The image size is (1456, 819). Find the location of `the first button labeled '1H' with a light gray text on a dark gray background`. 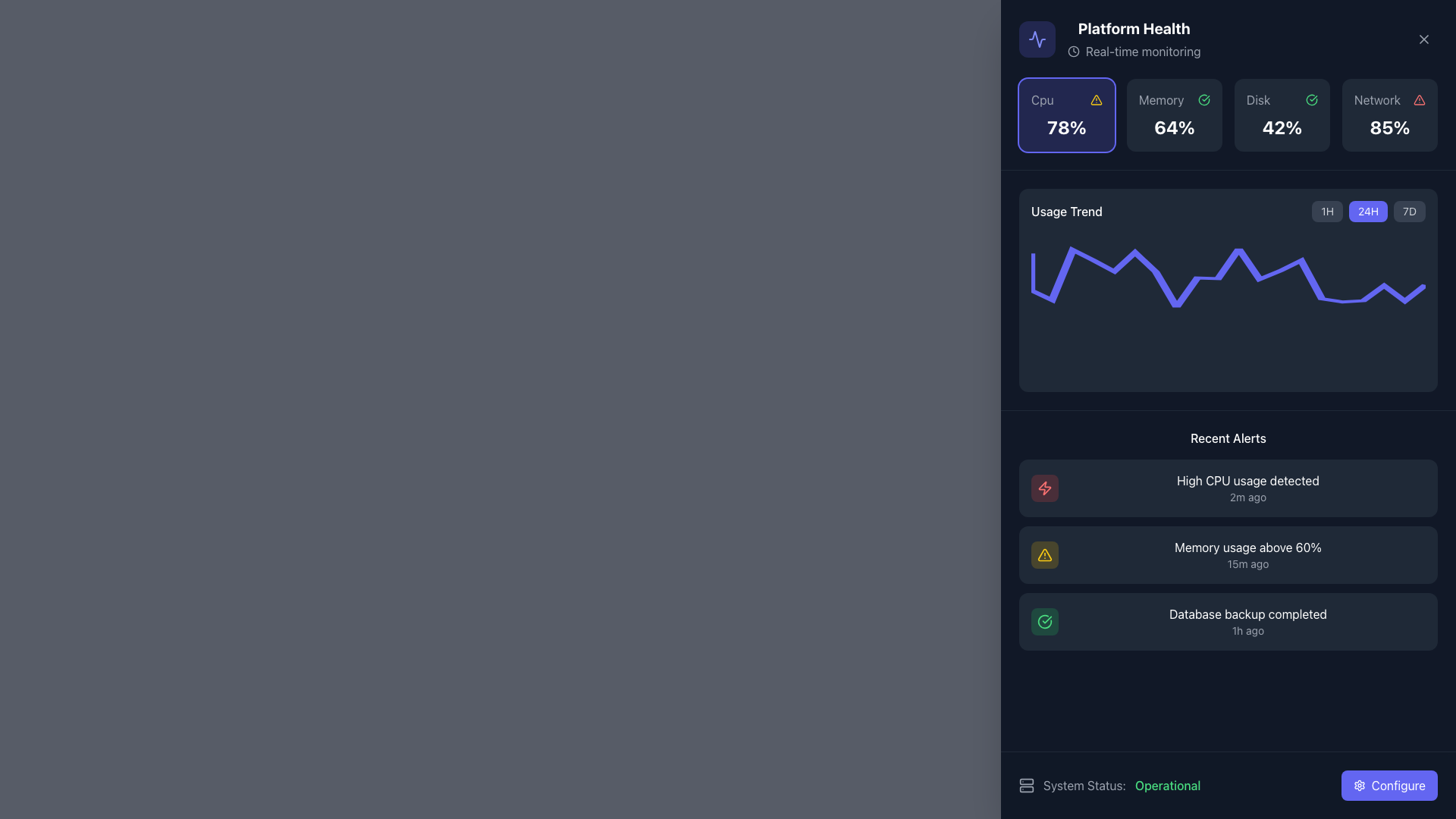

the first button labeled '1H' with a light gray text on a dark gray background is located at coordinates (1326, 211).